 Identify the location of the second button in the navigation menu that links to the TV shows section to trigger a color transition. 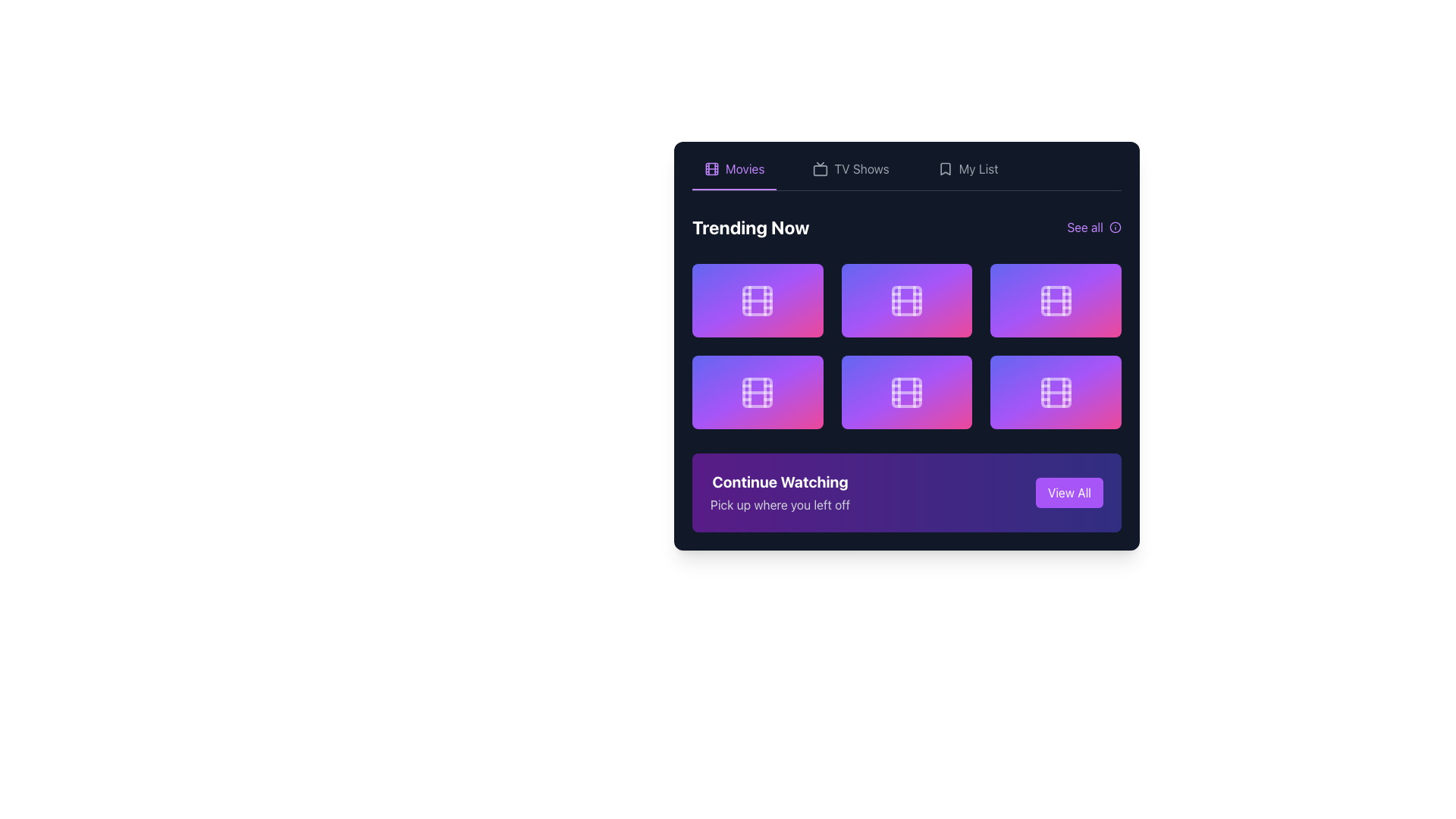
(851, 174).